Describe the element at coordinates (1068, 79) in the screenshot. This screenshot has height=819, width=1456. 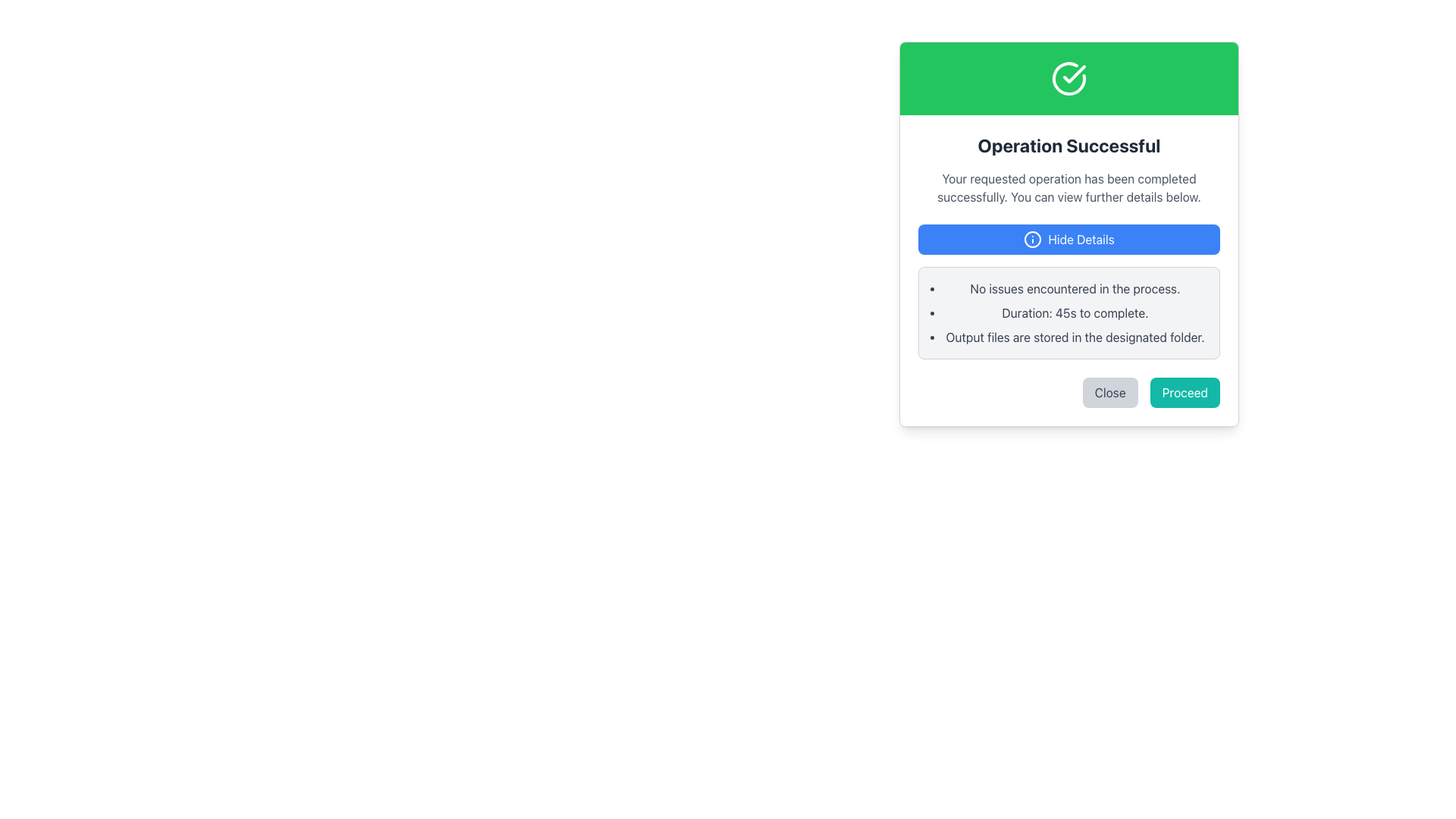
I see `the Decorative status header which visually indicates a successful operation with a green color and checkmark icon, located at the top of the dialog box above the text 'Operation Successful'` at that location.